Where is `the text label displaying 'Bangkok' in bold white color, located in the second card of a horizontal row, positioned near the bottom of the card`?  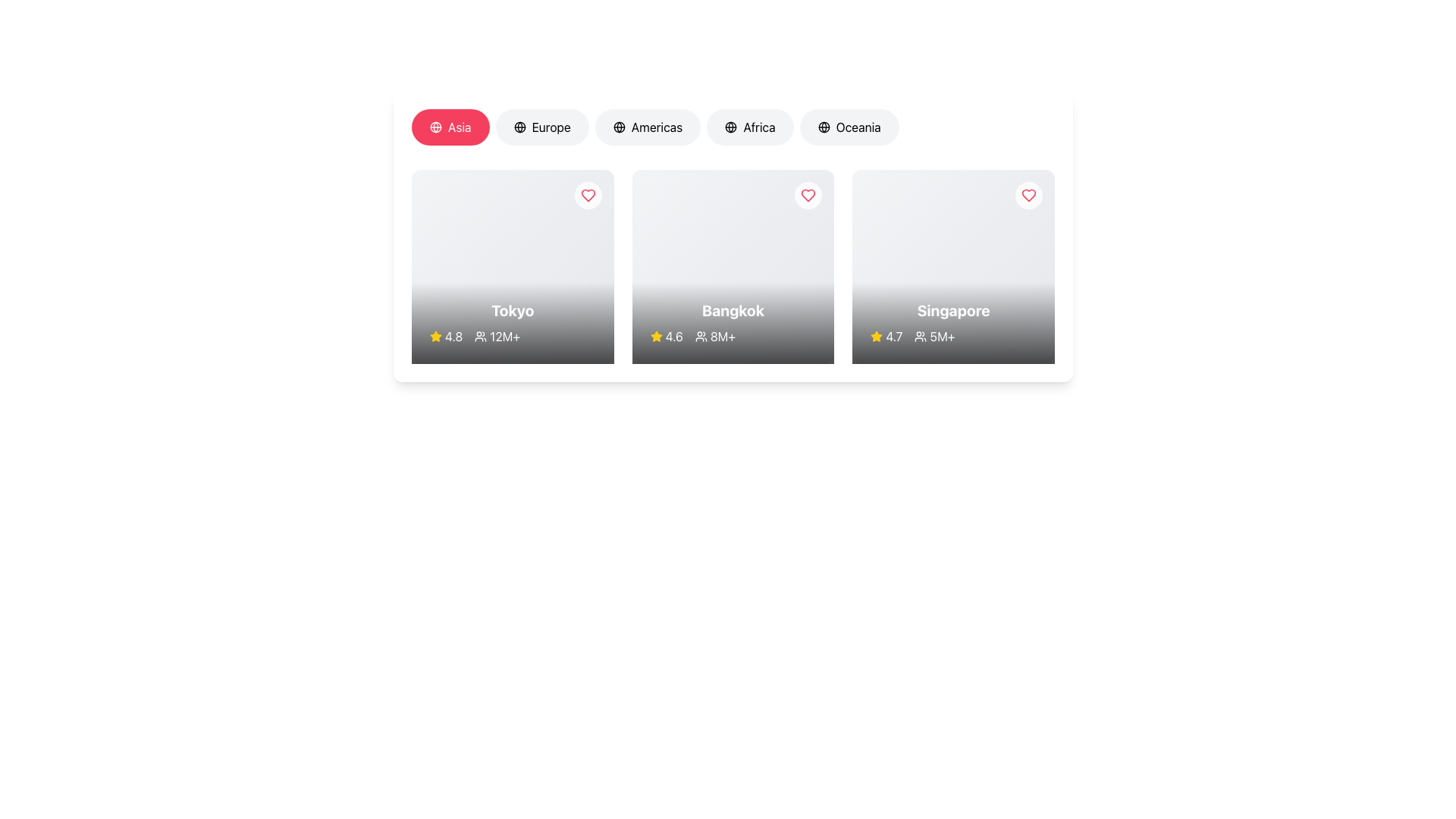
the text label displaying 'Bangkok' in bold white color, located in the second card of a horizontal row, positioned near the bottom of the card is located at coordinates (733, 309).